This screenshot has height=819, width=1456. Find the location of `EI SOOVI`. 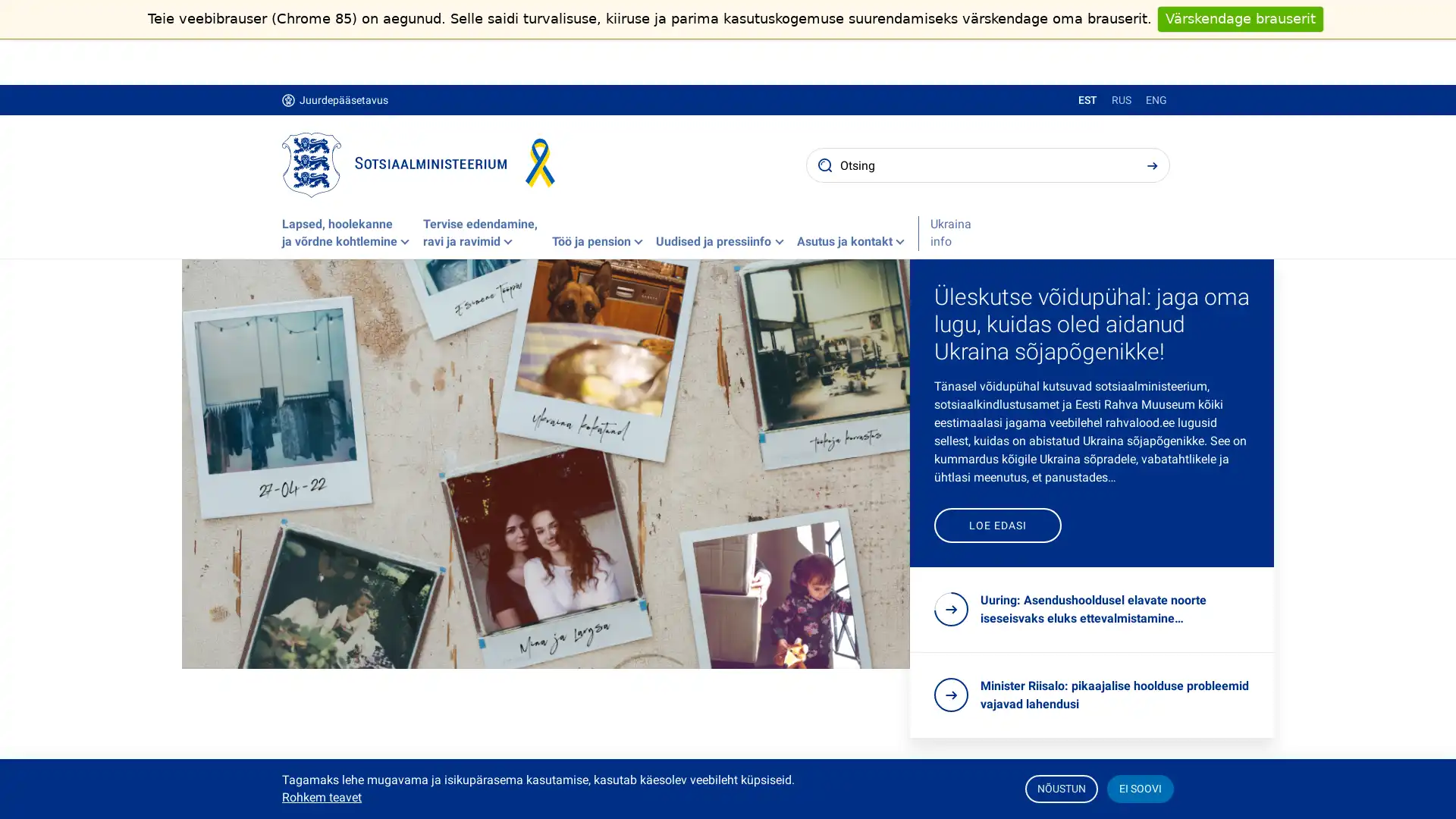

EI SOOVI is located at coordinates (1139, 788).